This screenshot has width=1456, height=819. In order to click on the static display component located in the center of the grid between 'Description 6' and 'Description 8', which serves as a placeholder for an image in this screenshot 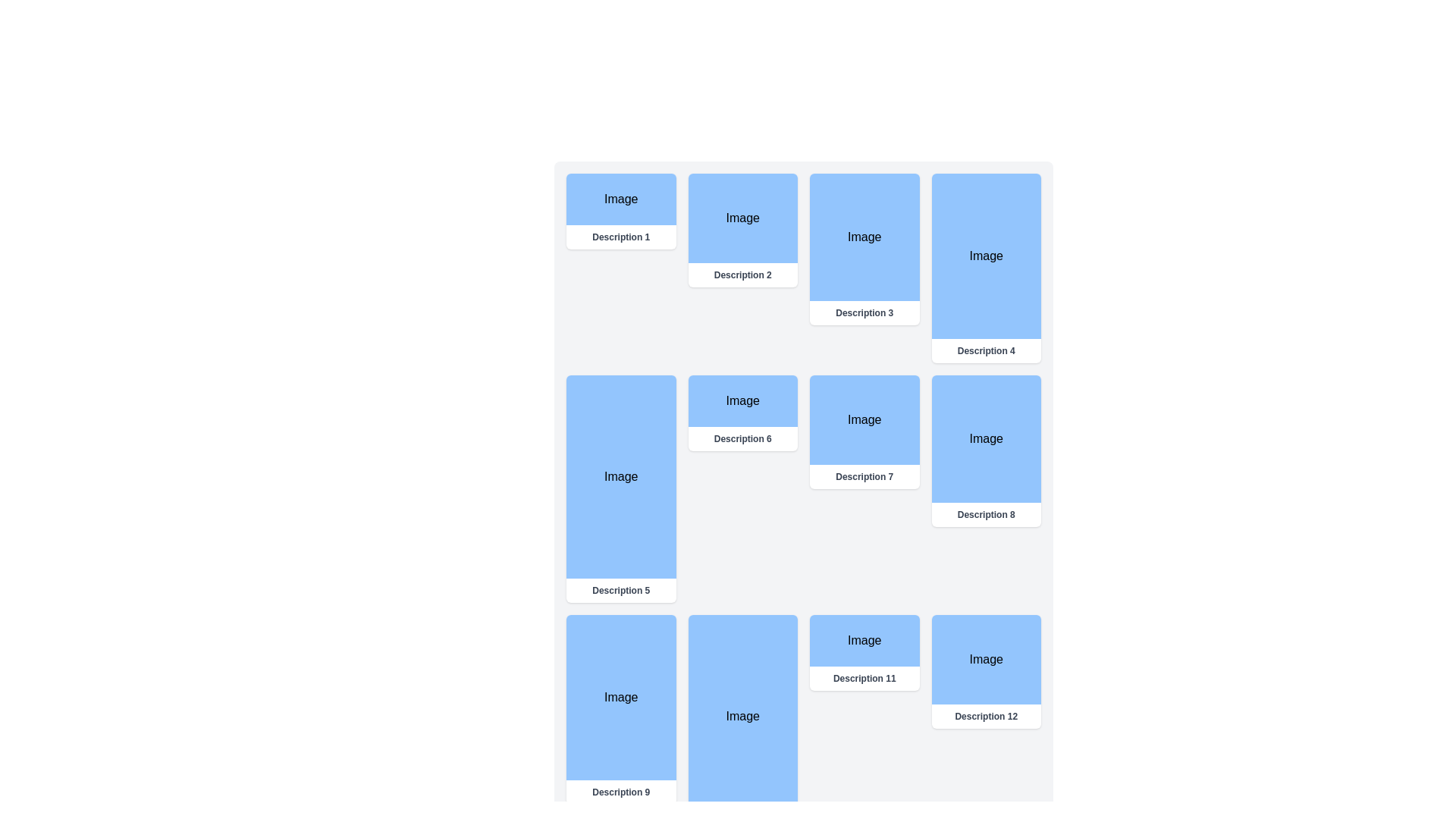, I will do `click(864, 420)`.